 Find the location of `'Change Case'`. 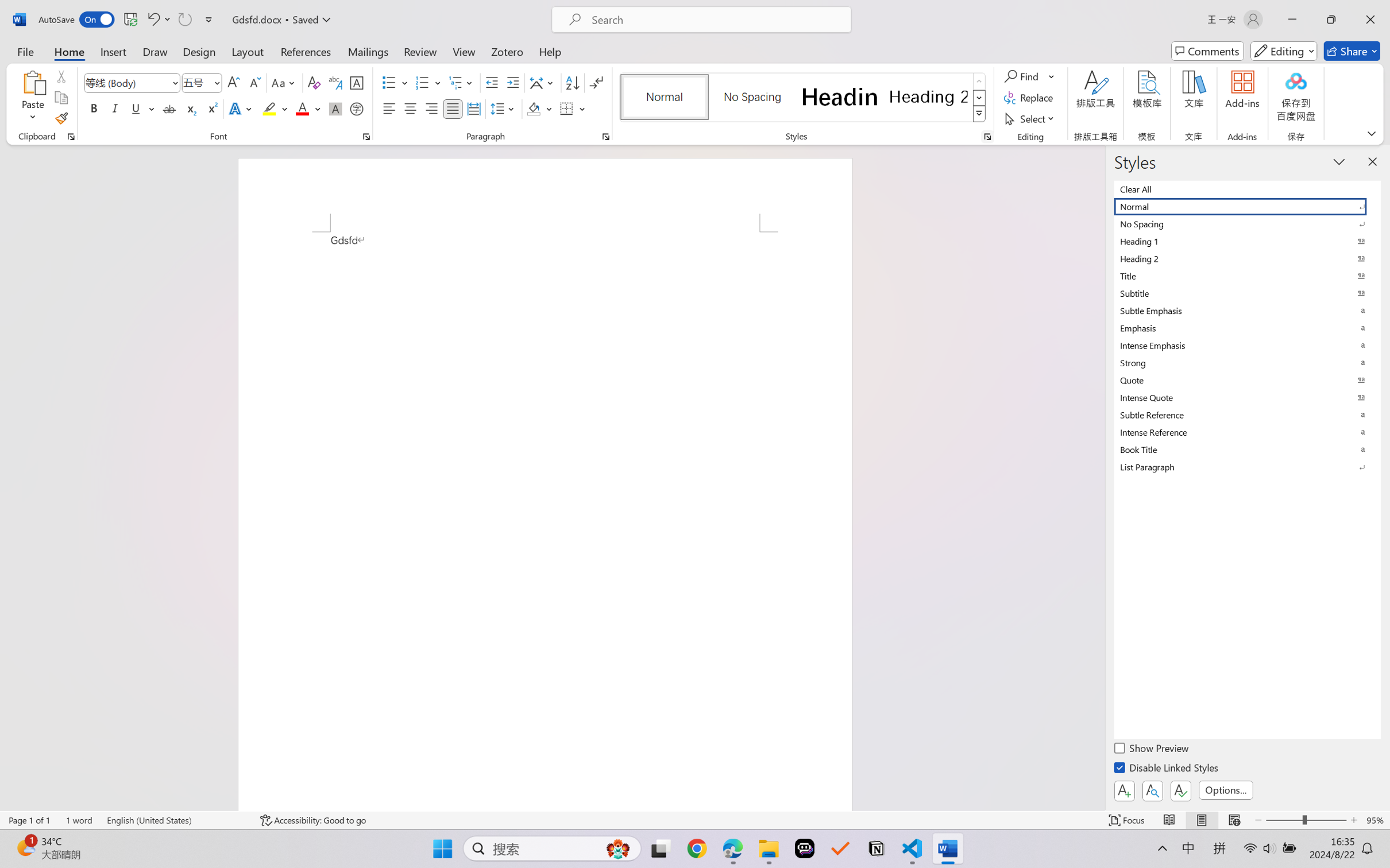

'Change Case' is located at coordinates (283, 83).